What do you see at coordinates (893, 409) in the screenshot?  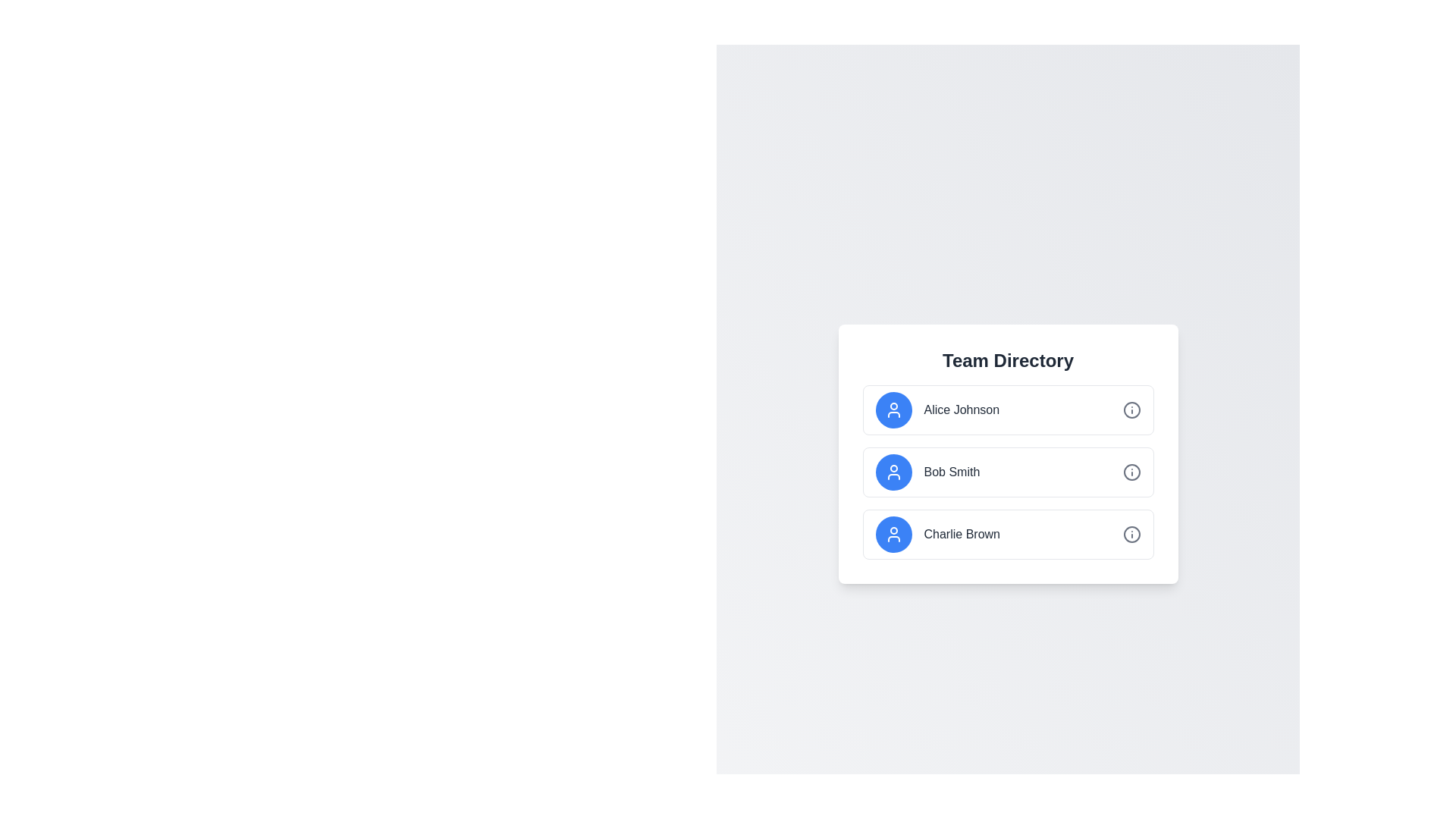 I see `the visual icon or avatar representation associated with the user 'Alice Johnson', which is the first item among its siblings and located to the left of the name` at bounding box center [893, 409].